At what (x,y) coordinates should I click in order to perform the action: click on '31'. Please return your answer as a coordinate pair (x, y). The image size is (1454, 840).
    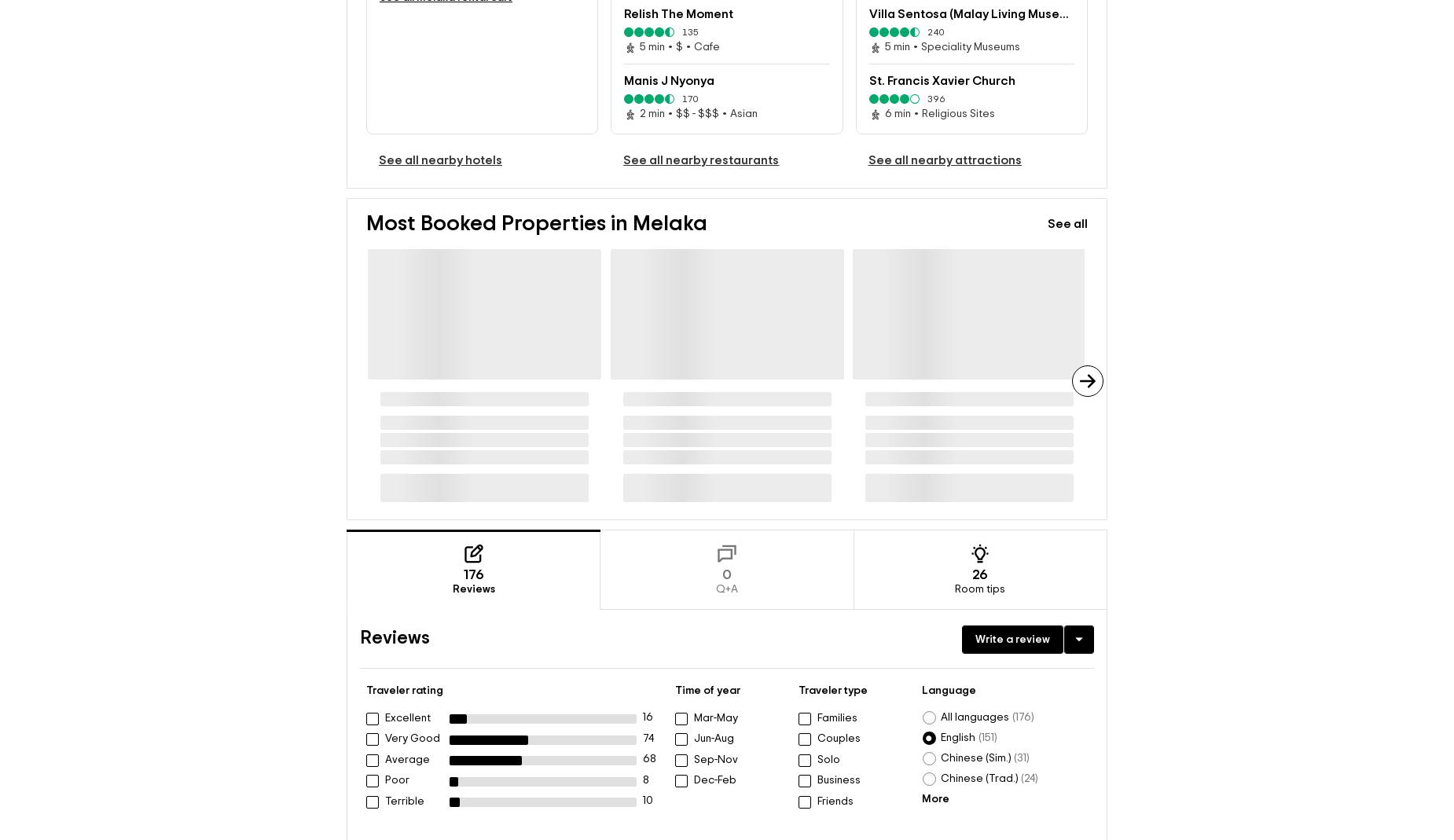
    Looking at the image, I should click on (1015, 757).